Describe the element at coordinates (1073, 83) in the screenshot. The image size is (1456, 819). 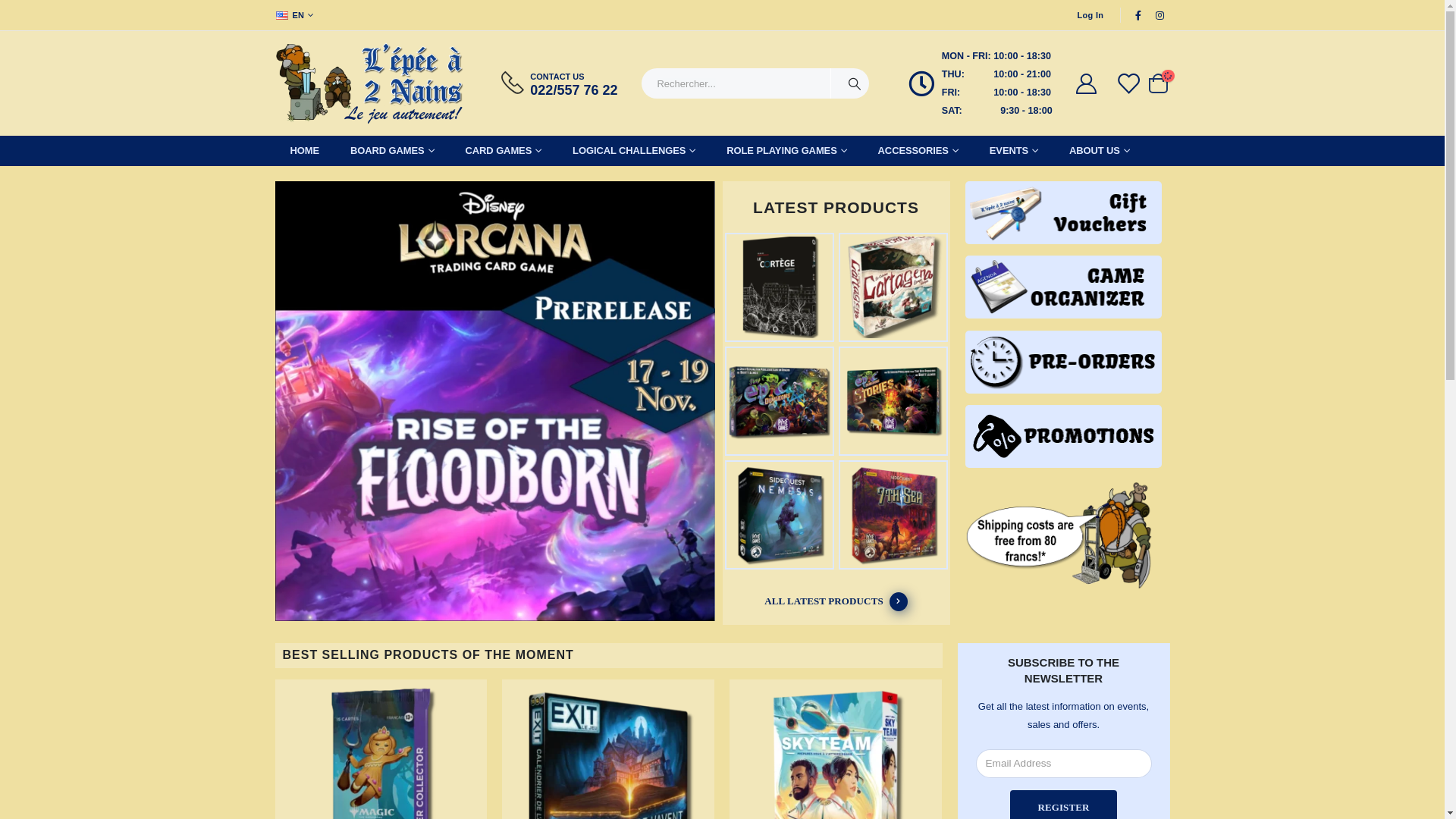
I see `'My Account'` at that location.